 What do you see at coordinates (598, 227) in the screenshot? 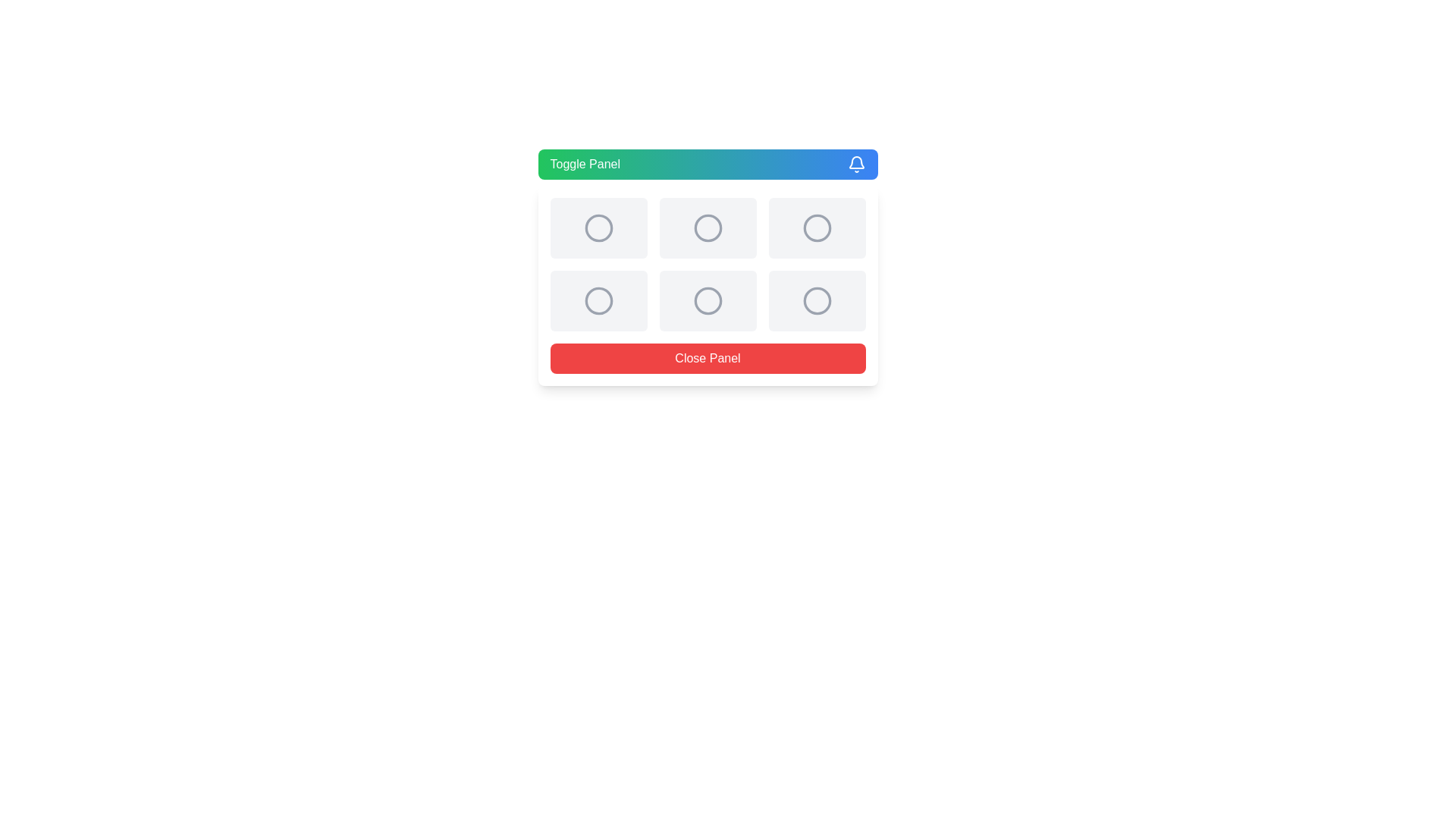
I see `the Circle icon located in the top-left corner of the 3x2 grid within the panel` at bounding box center [598, 227].